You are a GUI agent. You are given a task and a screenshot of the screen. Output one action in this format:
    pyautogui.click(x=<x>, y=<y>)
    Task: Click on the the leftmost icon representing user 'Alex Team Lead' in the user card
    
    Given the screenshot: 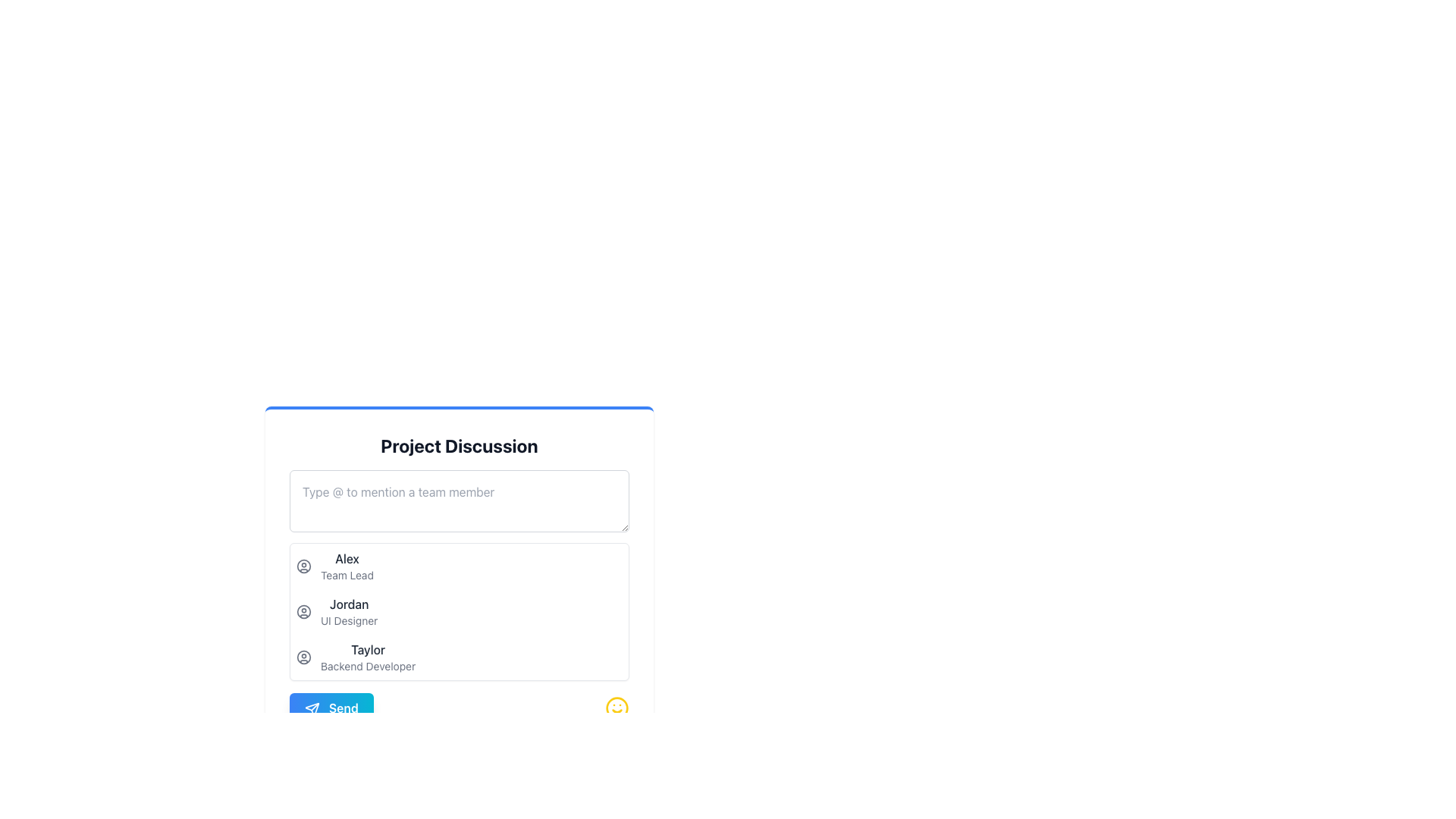 What is the action you would take?
    pyautogui.click(x=303, y=566)
    